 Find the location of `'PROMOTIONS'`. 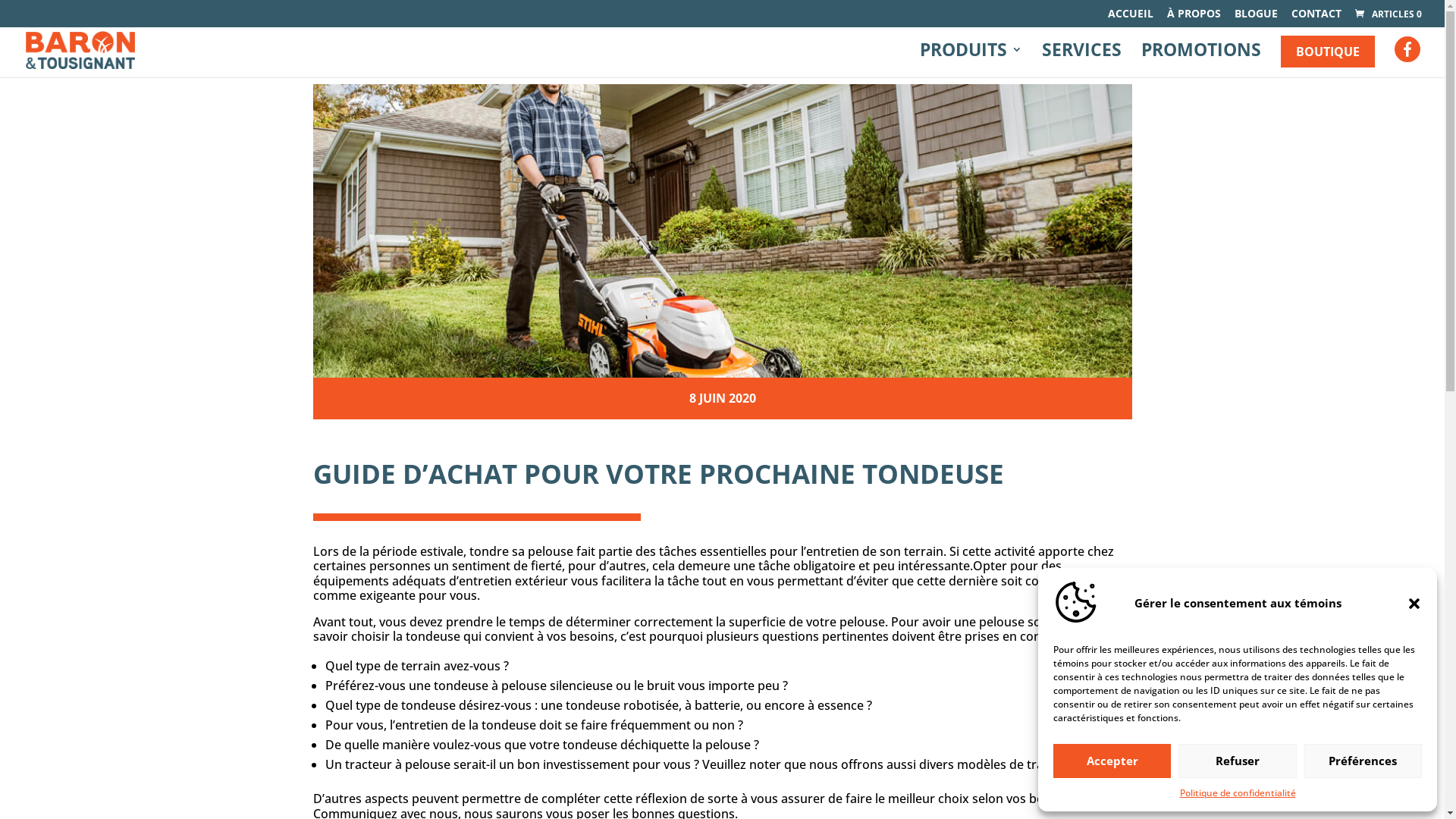

'PROMOTIONS' is located at coordinates (1200, 60).